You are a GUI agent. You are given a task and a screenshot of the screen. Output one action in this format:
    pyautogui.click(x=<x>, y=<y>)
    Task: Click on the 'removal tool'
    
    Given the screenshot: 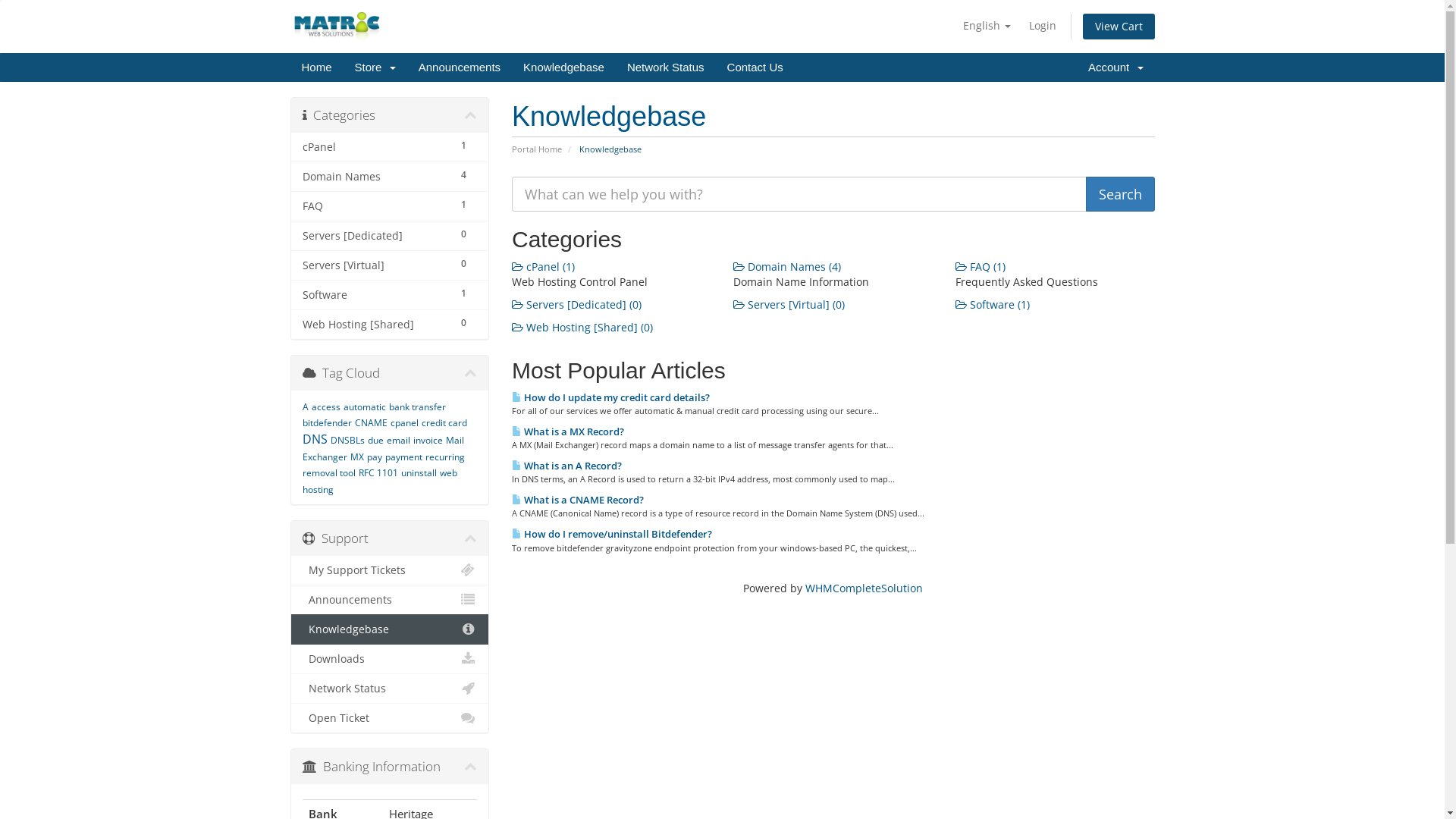 What is the action you would take?
    pyautogui.click(x=302, y=472)
    